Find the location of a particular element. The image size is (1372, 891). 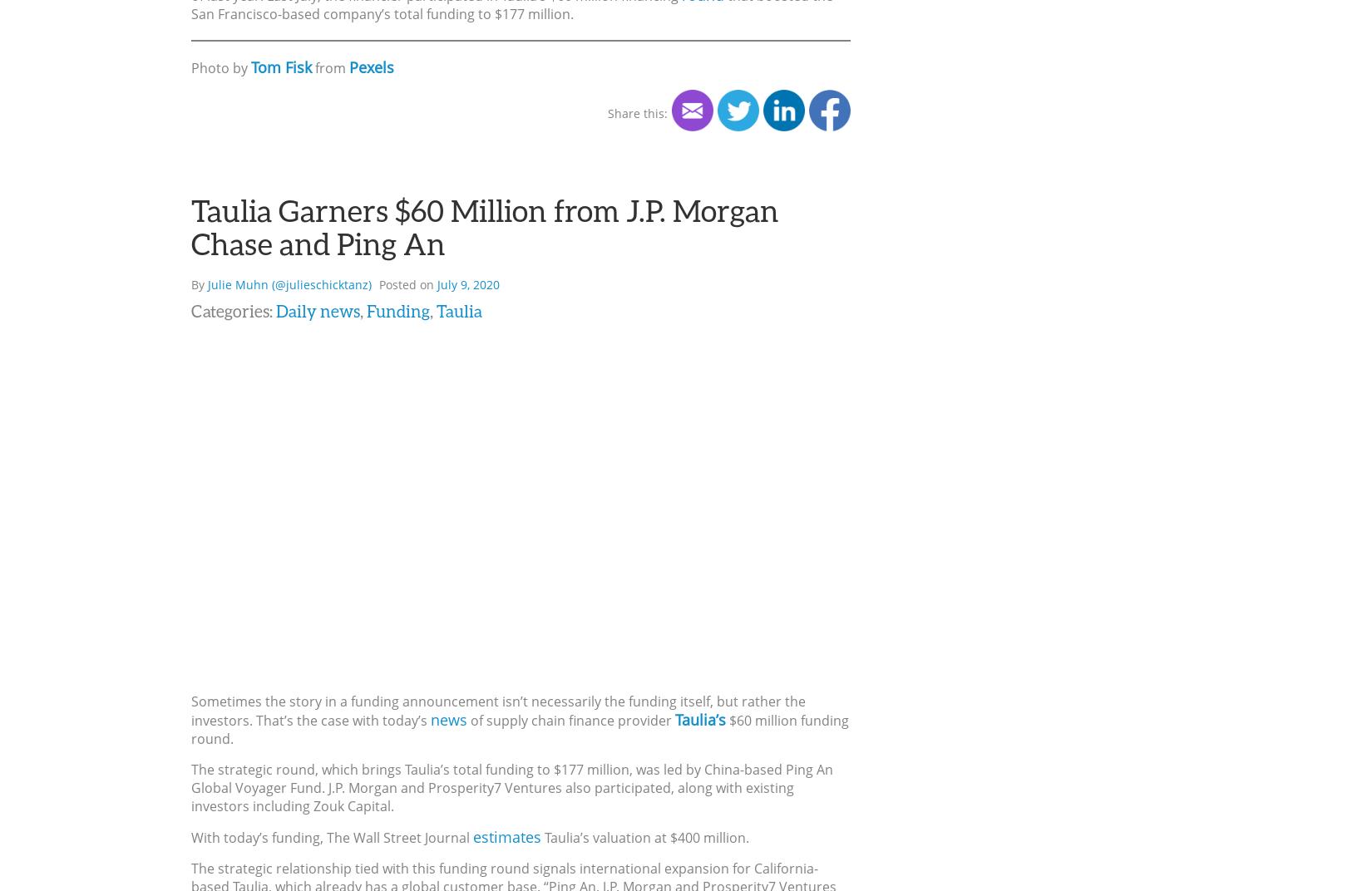

'Posted on' is located at coordinates (407, 283).